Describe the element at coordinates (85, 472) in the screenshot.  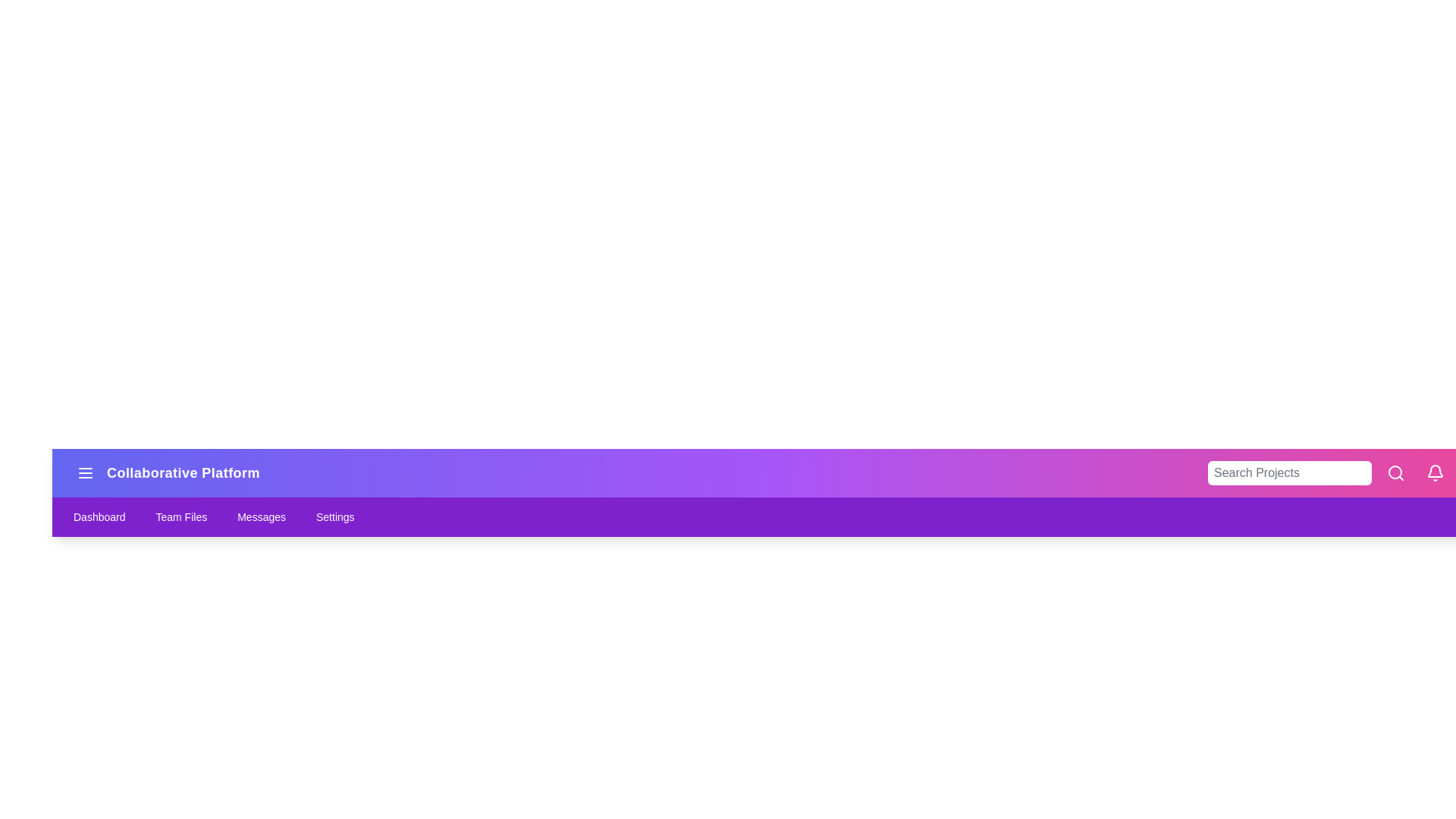
I see `the hamburger menu icon located on the left side of the header bar, adjacent to the logo text 'Collaborative Platform'` at that location.